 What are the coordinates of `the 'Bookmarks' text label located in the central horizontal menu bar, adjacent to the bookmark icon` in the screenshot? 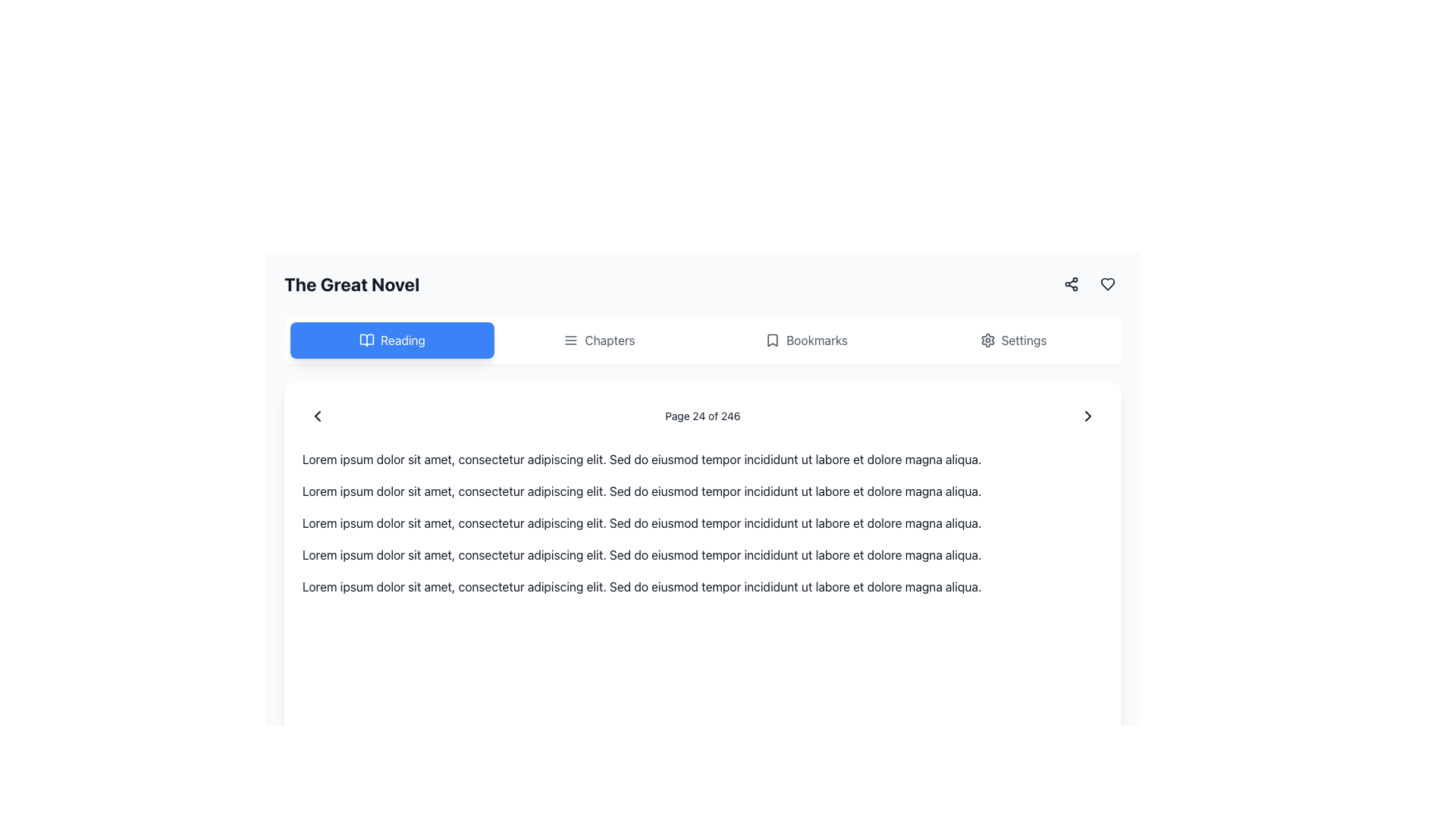 It's located at (816, 339).